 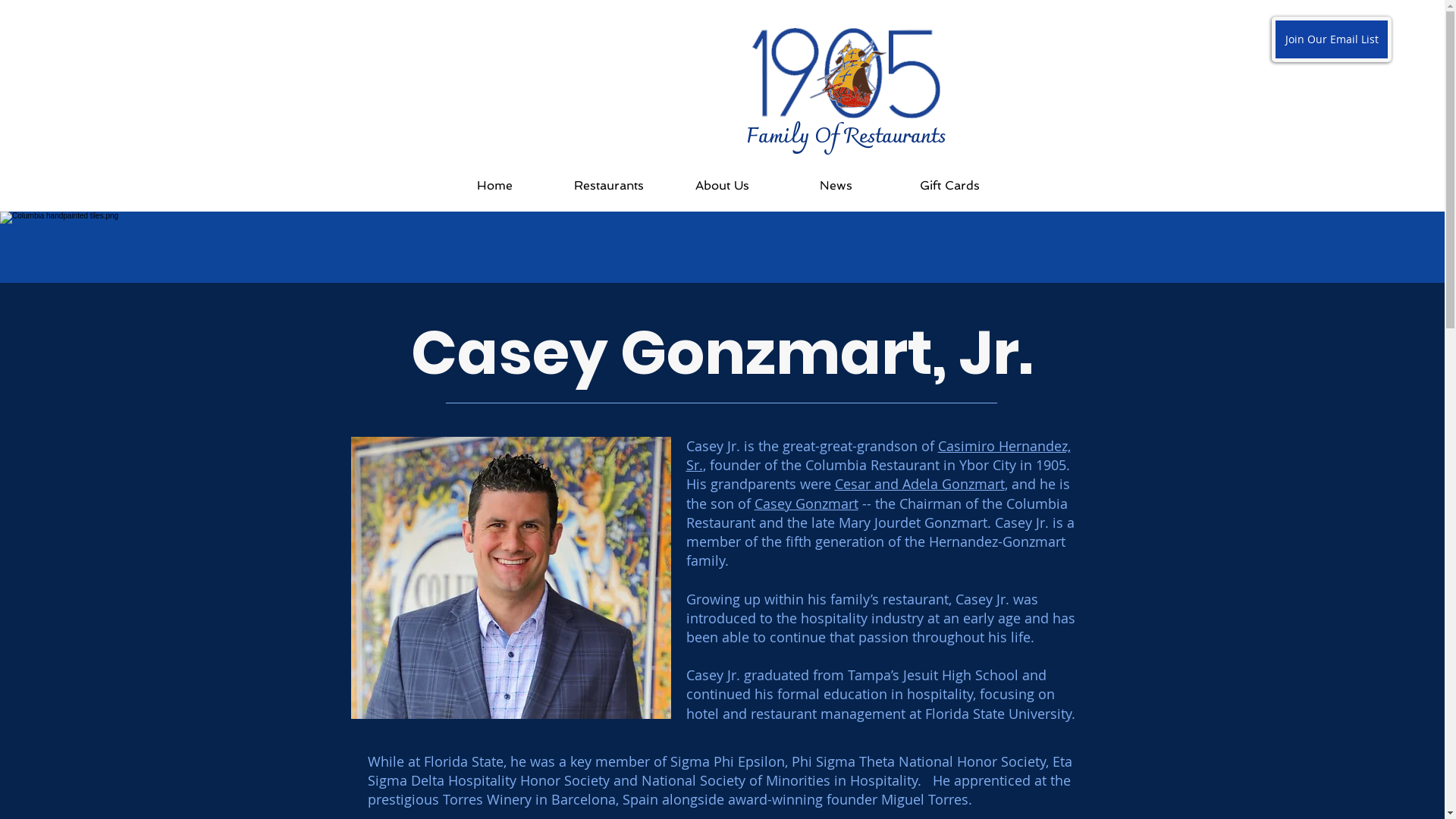 What do you see at coordinates (846, 137) in the screenshot?
I see `'Family Of Restaurants'` at bounding box center [846, 137].